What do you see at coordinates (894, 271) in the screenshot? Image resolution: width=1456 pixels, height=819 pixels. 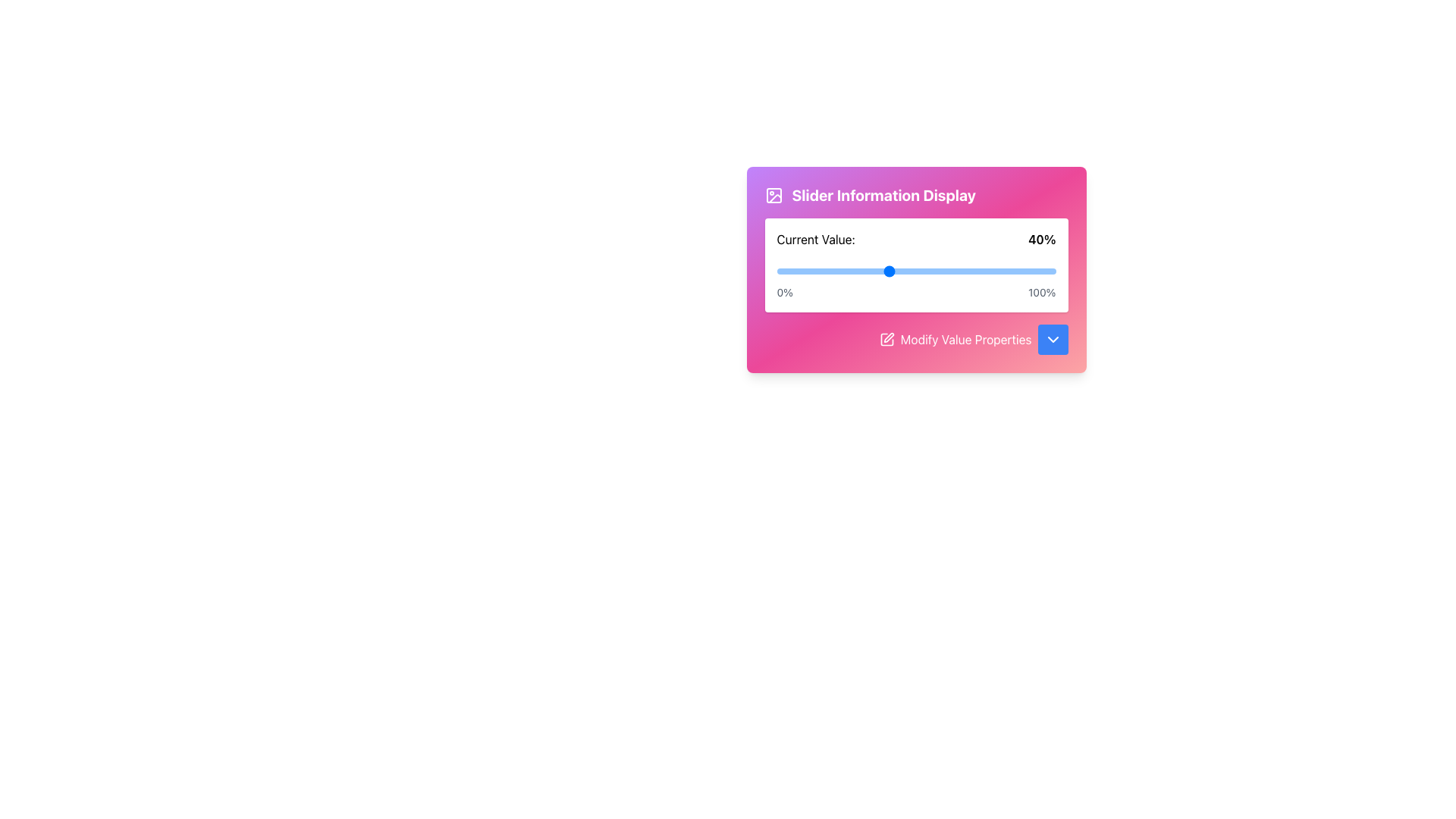 I see `the slider` at bounding box center [894, 271].